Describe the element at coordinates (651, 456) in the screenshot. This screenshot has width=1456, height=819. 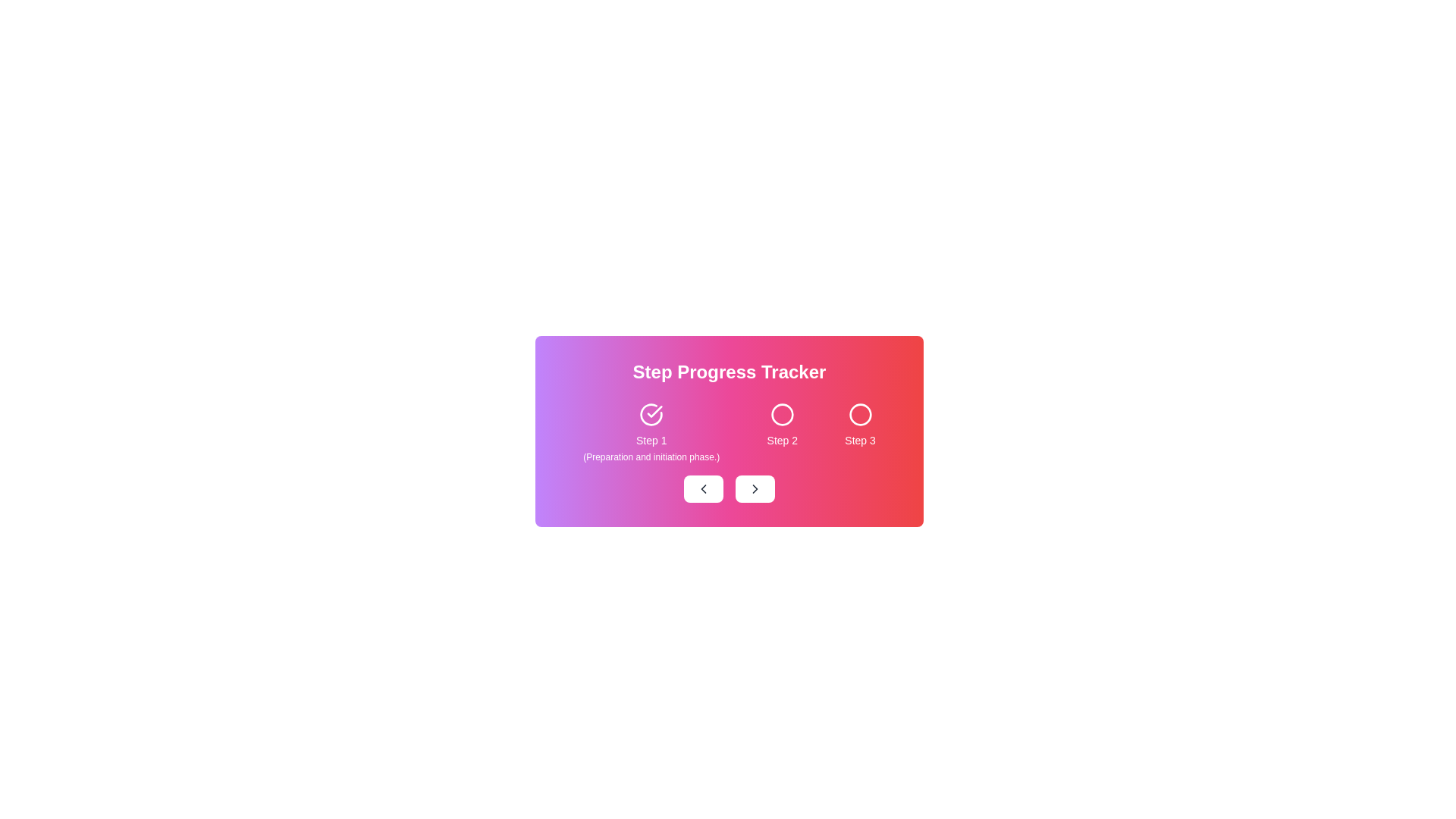
I see `the text element displaying '(Preparation and initiation phase.)', which is located directly below the 'Step 1' label in the step progress tracker interface` at that location.